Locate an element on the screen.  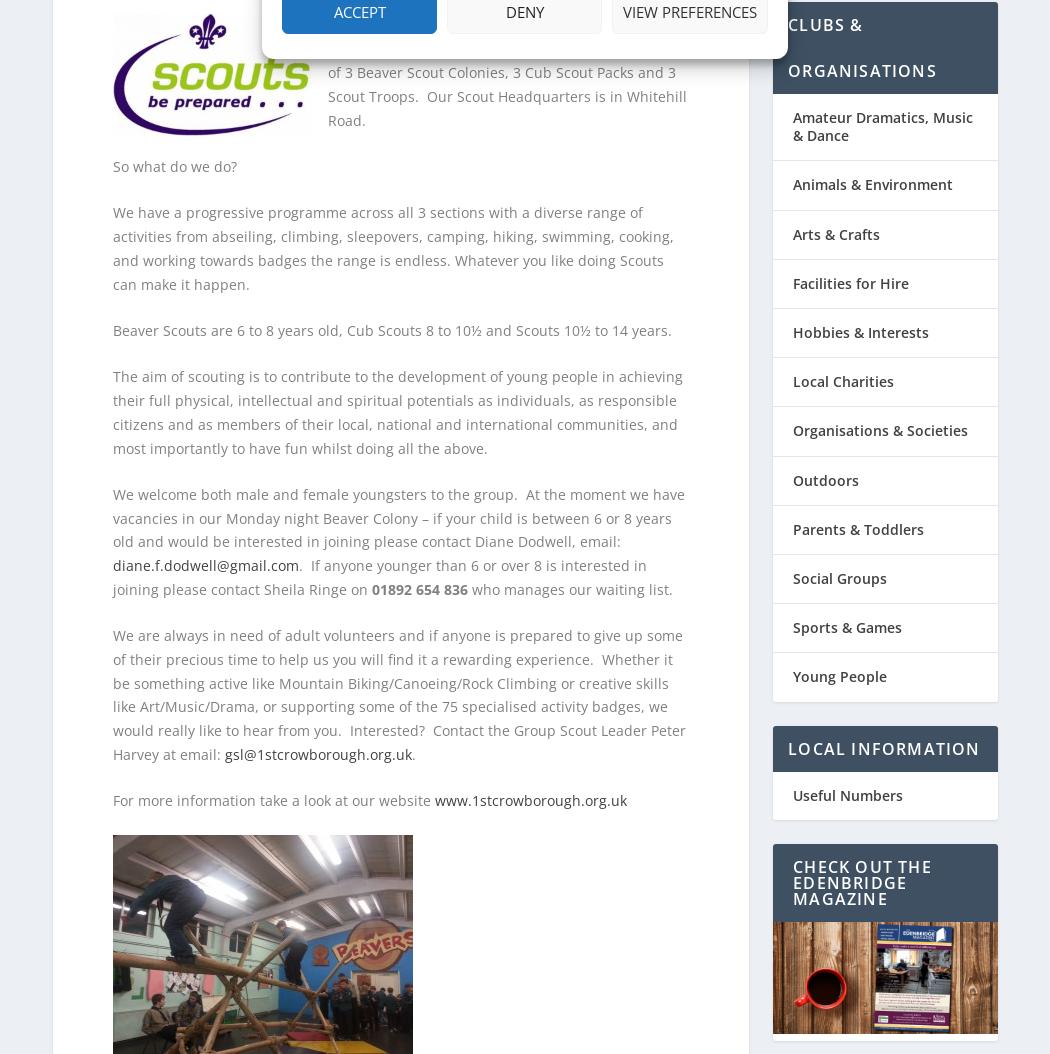
'It consists of 3 Beaver Scout Colonies, 3 Cub Scout Packs and 3 Scout Troops.' is located at coordinates (326, 61).